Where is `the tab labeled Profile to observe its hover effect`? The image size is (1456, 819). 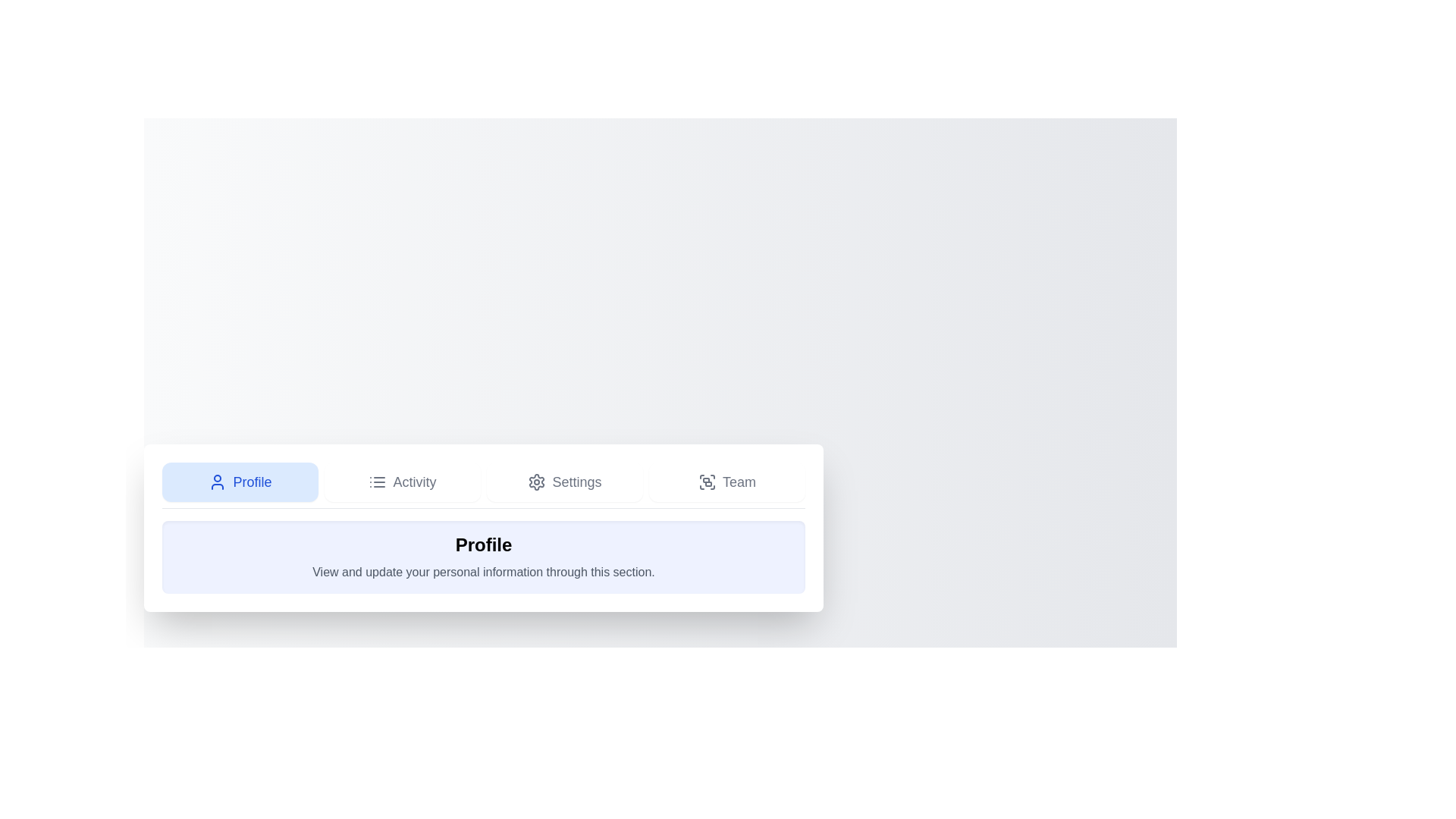 the tab labeled Profile to observe its hover effect is located at coordinates (239, 482).